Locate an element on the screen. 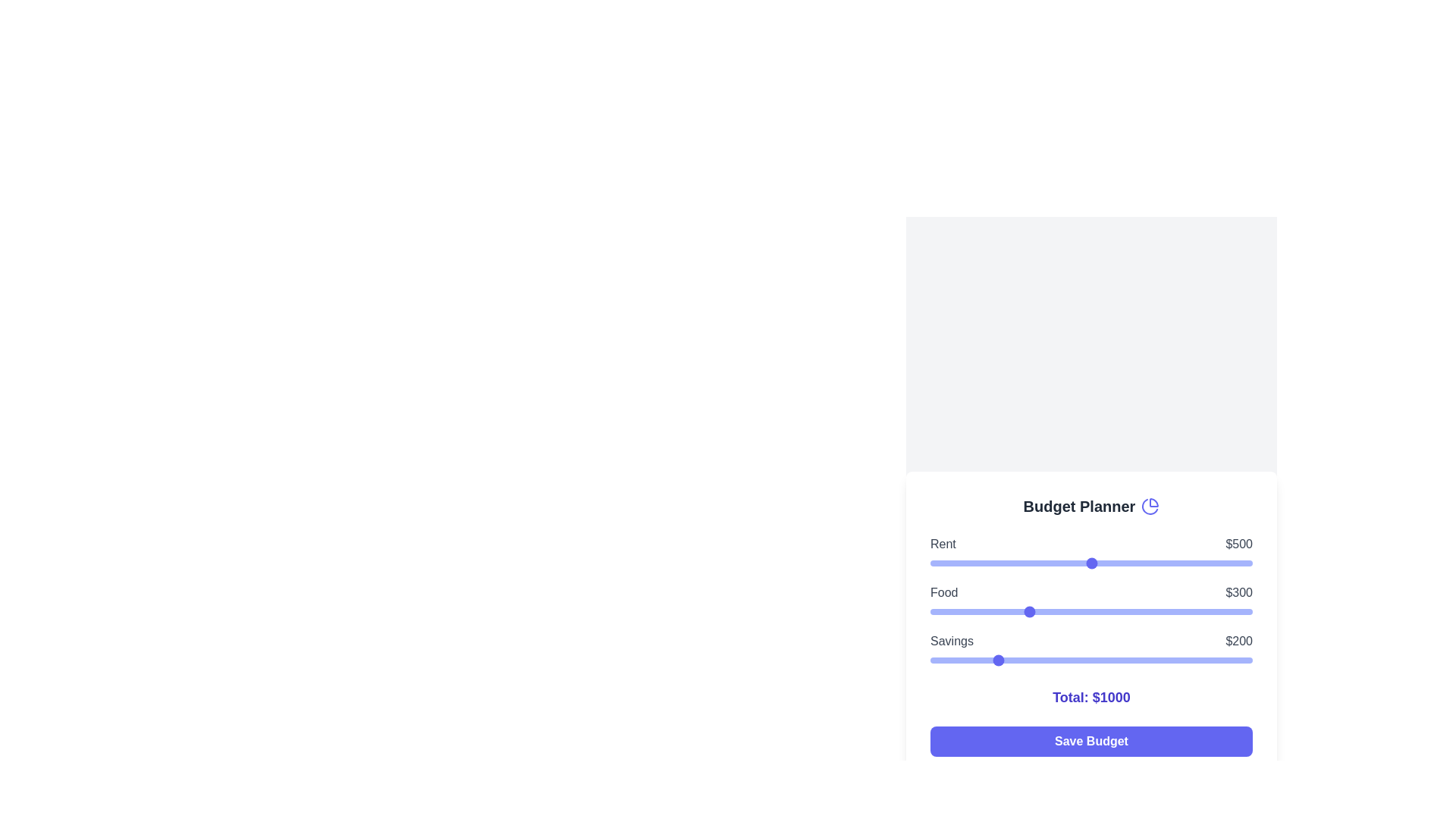 The height and width of the screenshot is (819, 1456). the food budget slider to 174 dollars is located at coordinates (986, 610).